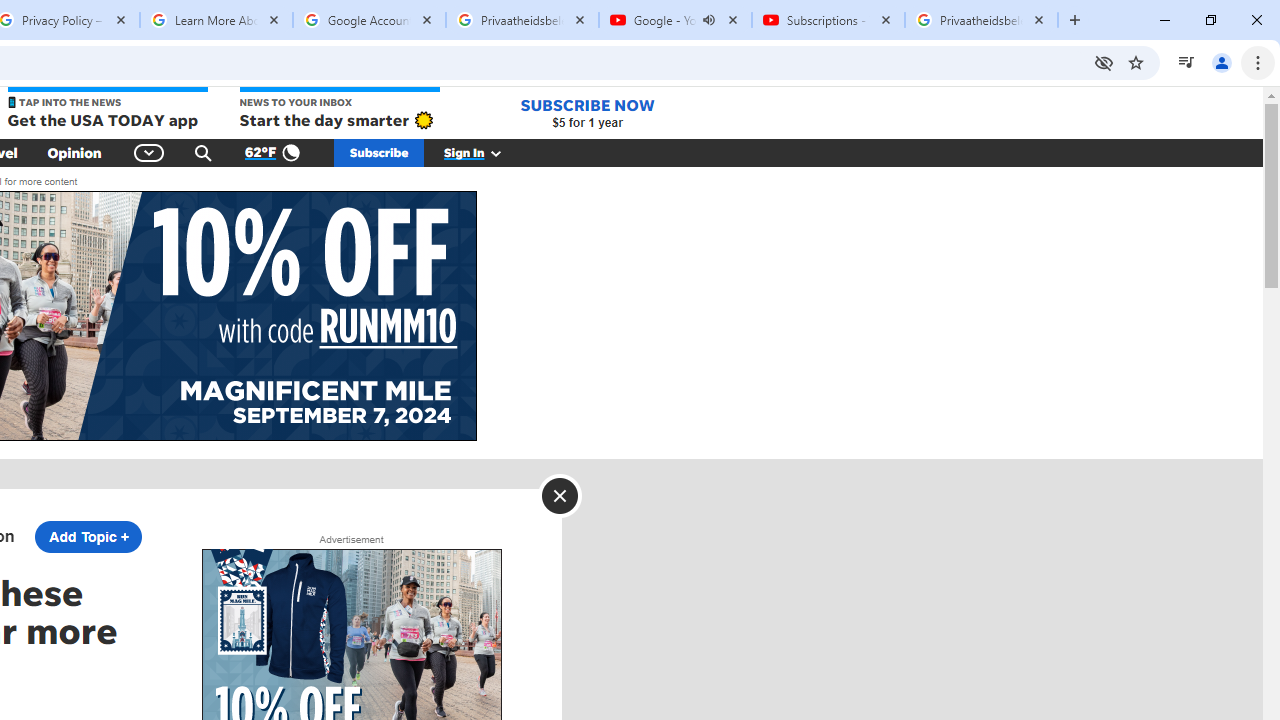 Image resolution: width=1280 pixels, height=720 pixels. What do you see at coordinates (203, 152) in the screenshot?
I see `'Search'` at bounding box center [203, 152].